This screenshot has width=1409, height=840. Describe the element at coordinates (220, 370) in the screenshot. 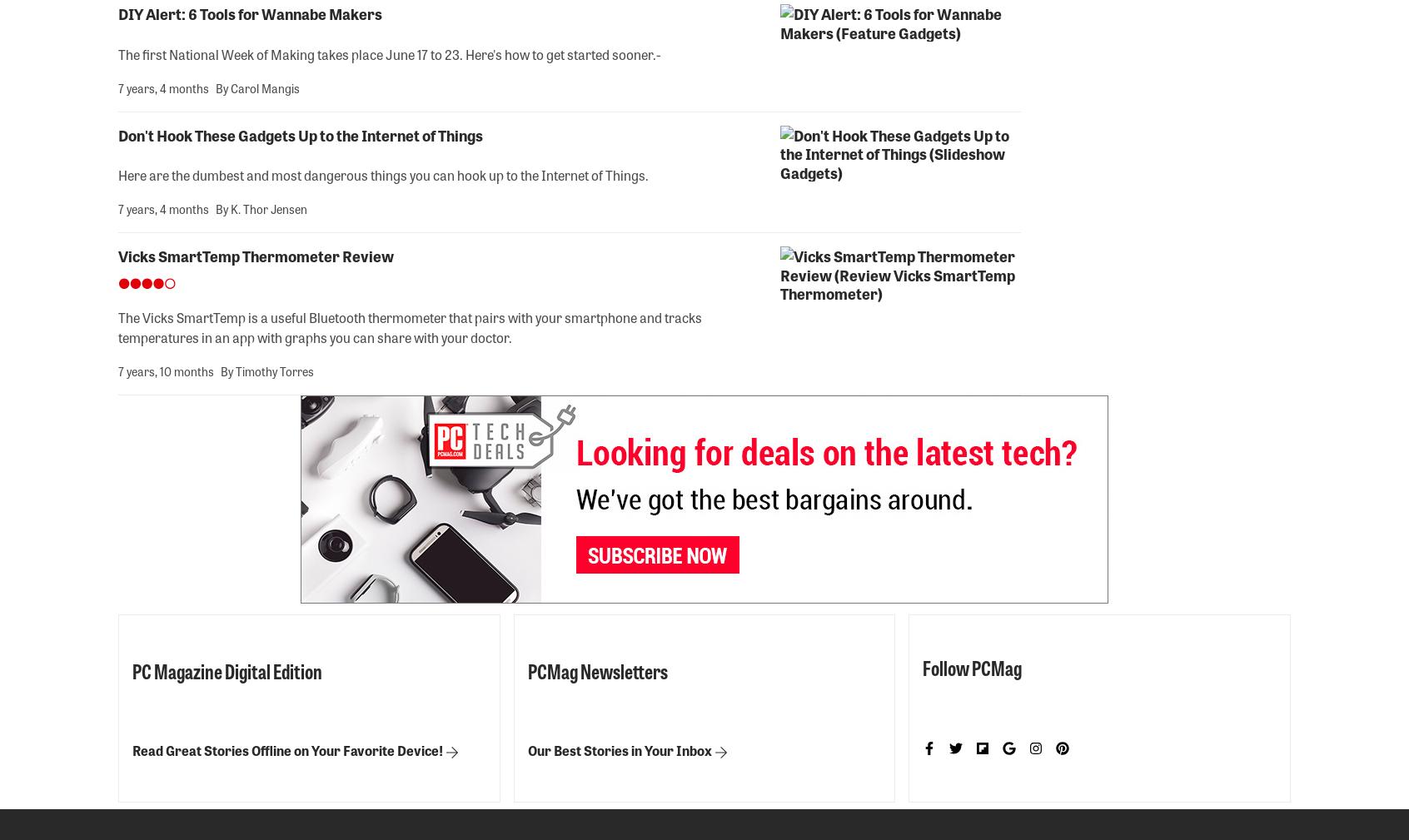

I see `'By Timothy Torres'` at that location.